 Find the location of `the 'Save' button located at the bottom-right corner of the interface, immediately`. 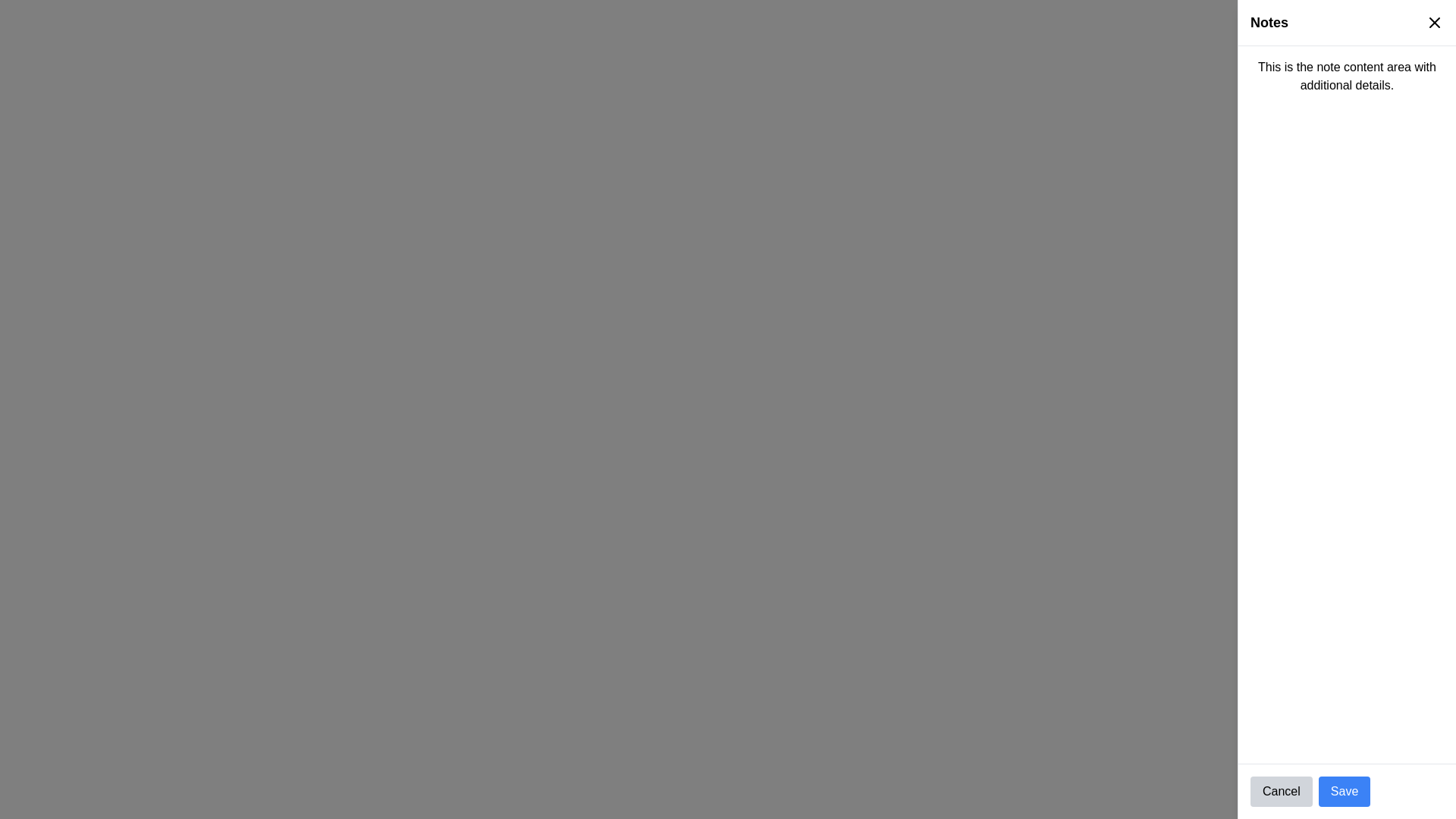

the 'Save' button located at the bottom-right corner of the interface, immediately is located at coordinates (1345, 791).